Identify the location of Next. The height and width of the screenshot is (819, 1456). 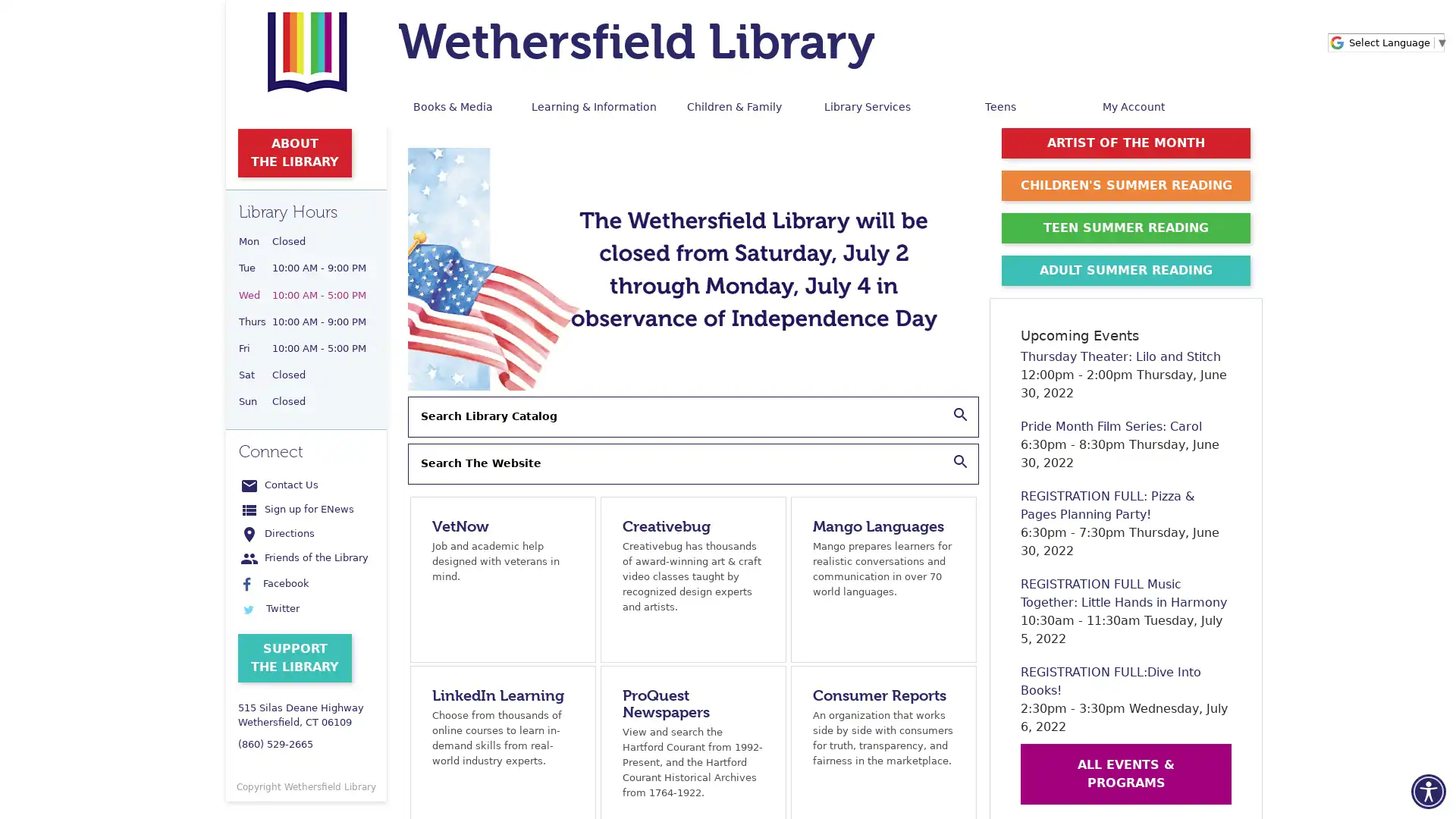
(935, 268).